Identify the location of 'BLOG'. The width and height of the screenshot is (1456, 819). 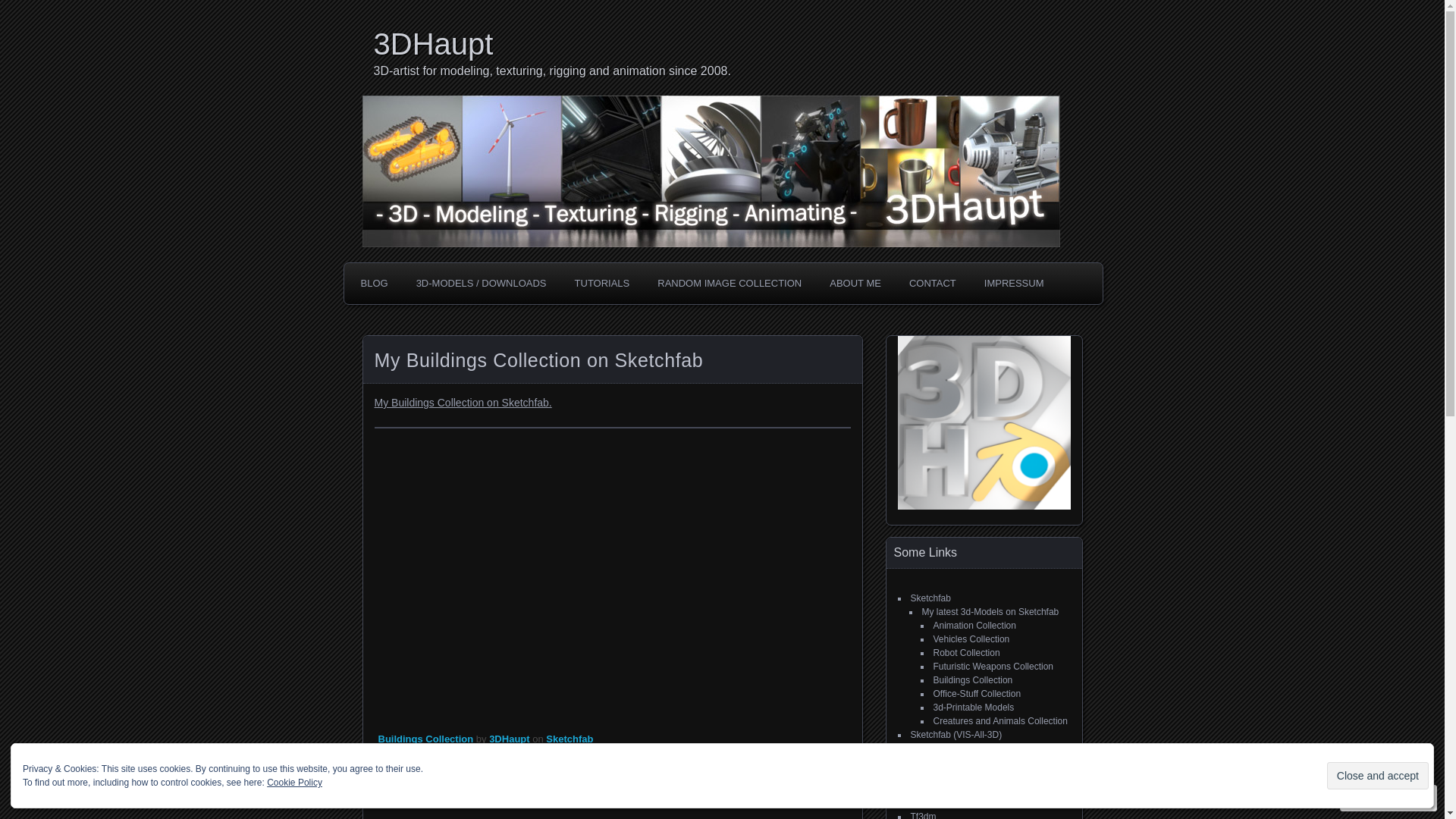
(374, 284).